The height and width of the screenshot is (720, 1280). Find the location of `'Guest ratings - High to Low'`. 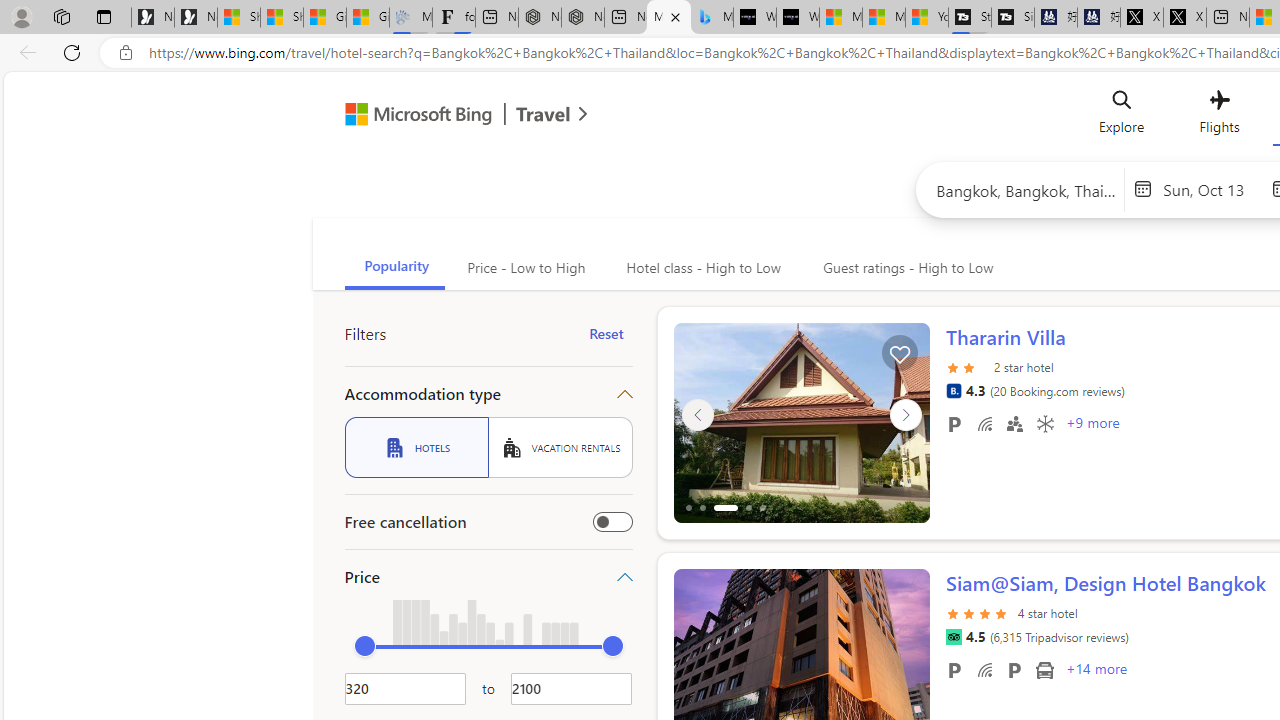

'Guest ratings - High to Low' is located at coordinates (904, 267).